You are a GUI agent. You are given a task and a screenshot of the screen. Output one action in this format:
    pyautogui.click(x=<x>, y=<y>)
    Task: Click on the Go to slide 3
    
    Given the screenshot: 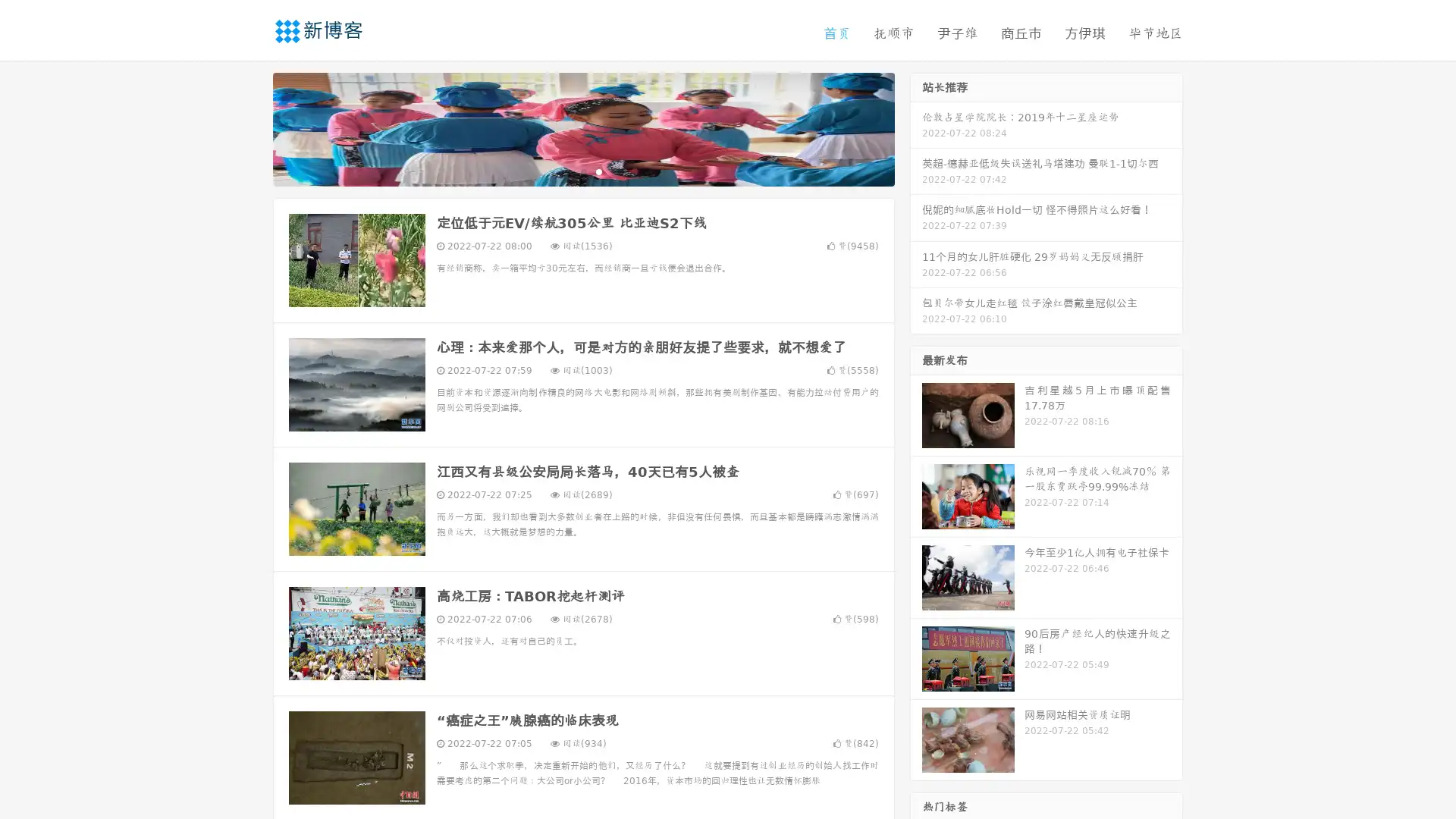 What is the action you would take?
    pyautogui.click(x=598, y=171)
    